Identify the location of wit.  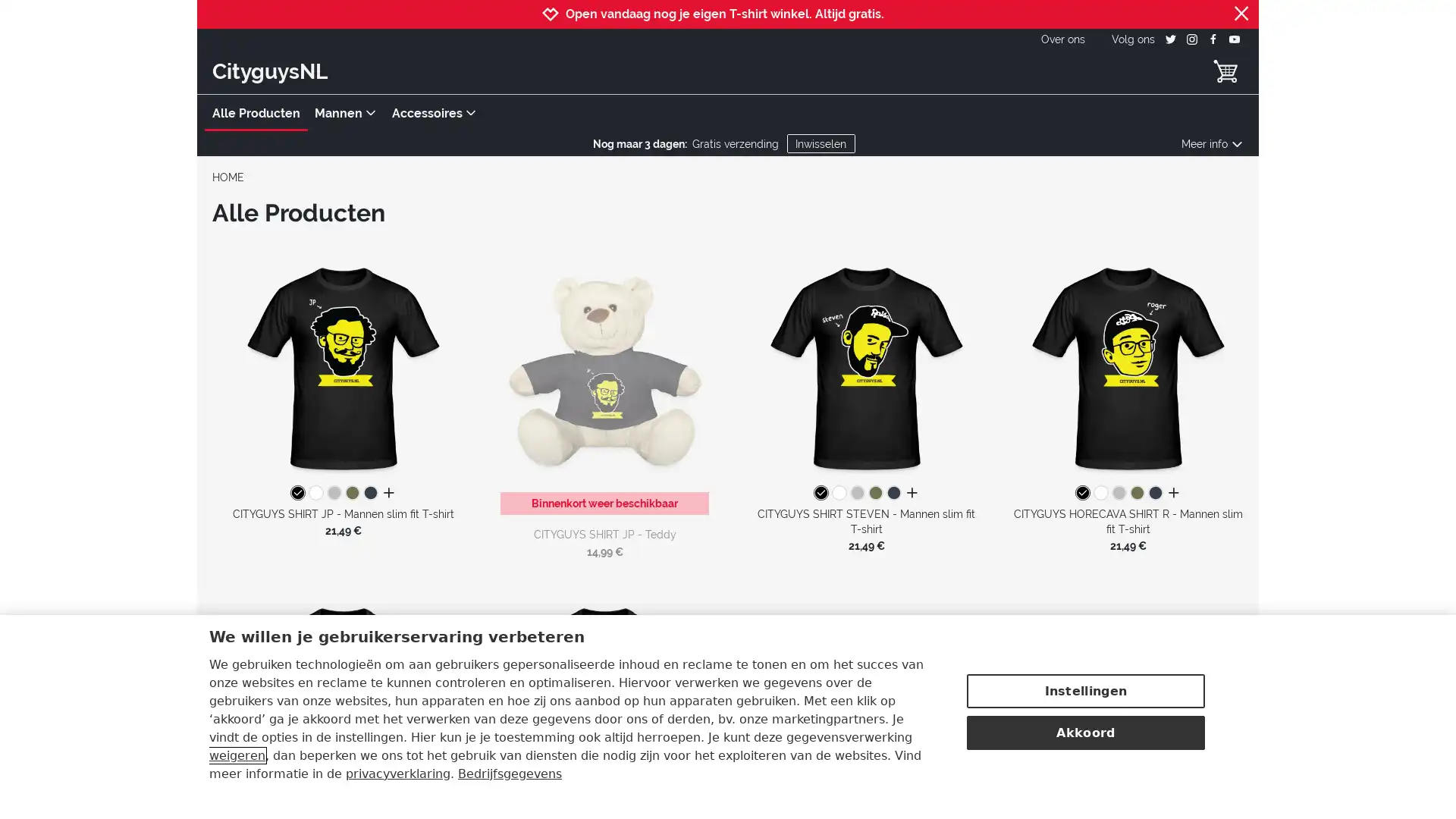
(315, 494).